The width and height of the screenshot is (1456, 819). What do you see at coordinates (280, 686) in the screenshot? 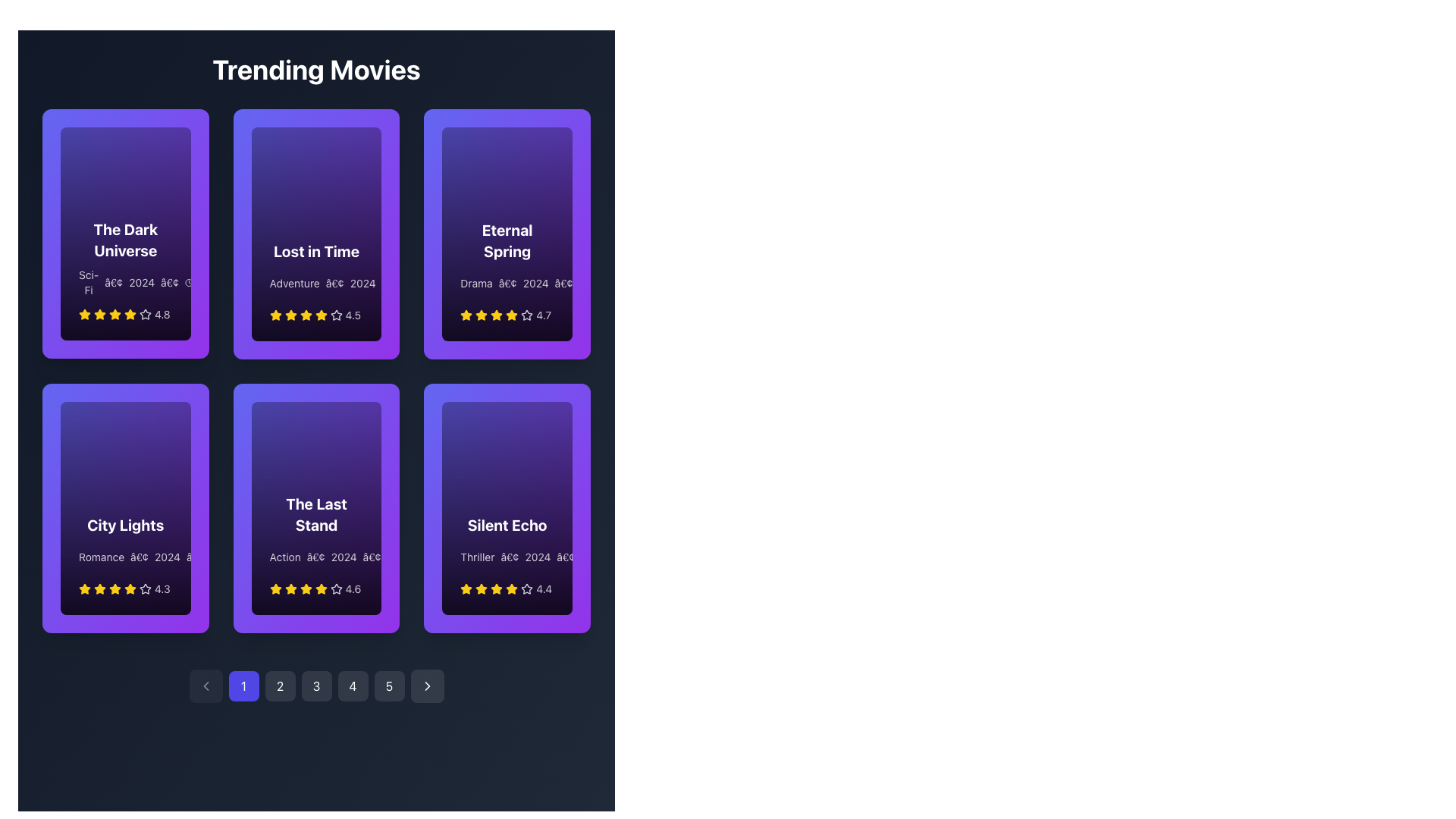
I see `the rounded rectangular button labeled '2' with a dark background` at bounding box center [280, 686].